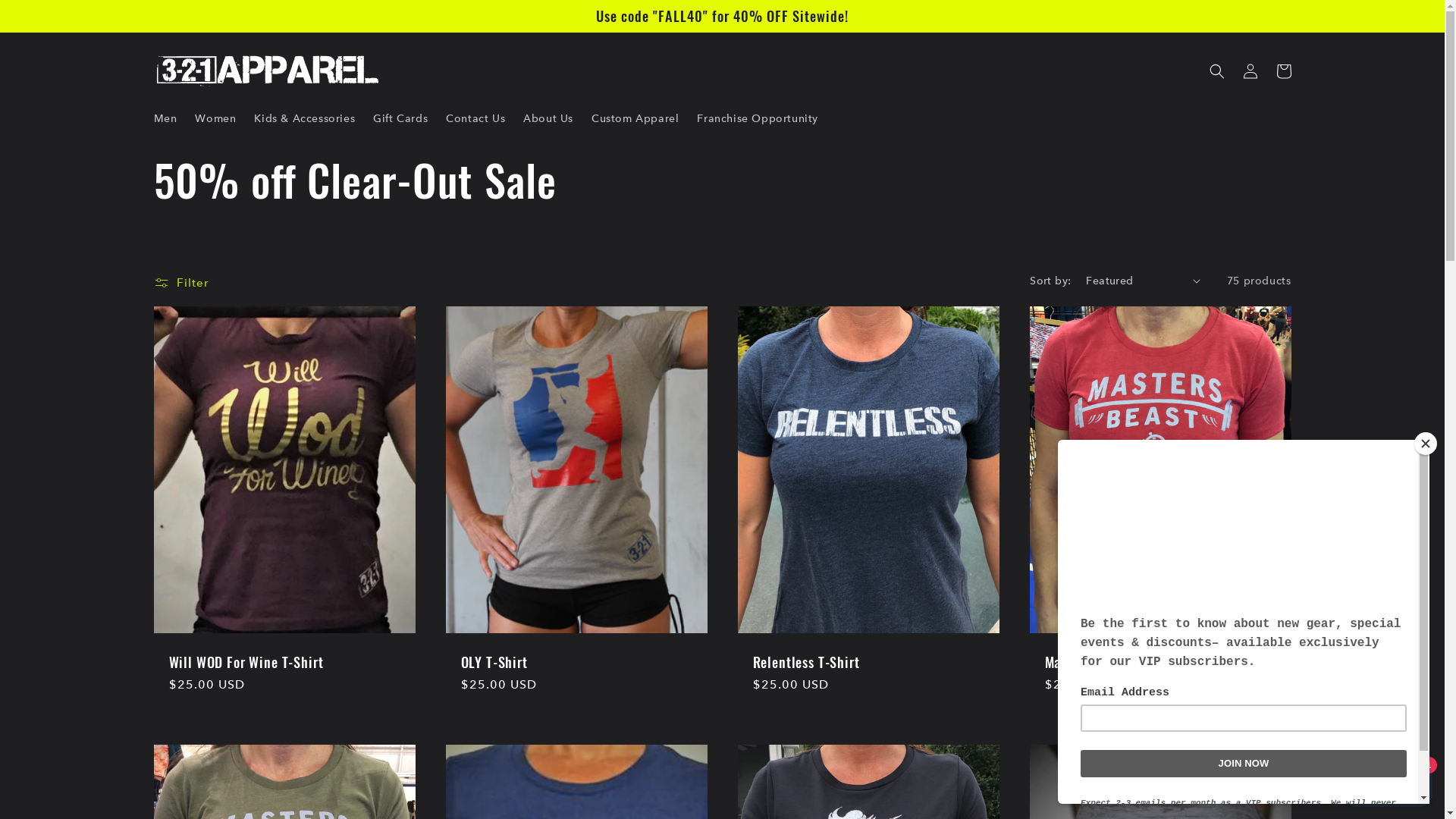 The height and width of the screenshot is (819, 1456). I want to click on 'Log in', so click(1249, 71).